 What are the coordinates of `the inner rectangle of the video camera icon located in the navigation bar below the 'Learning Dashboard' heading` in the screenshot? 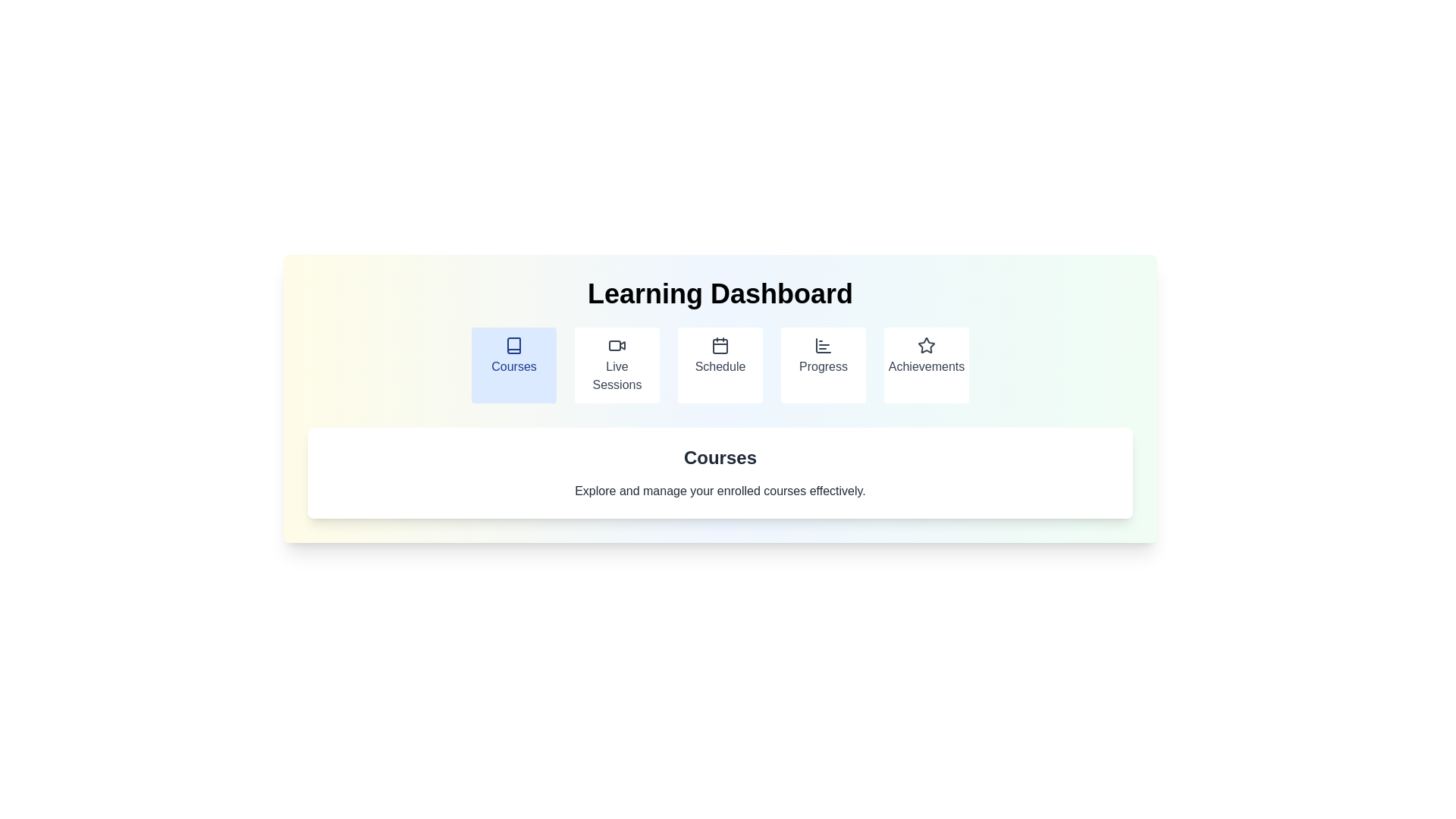 It's located at (615, 345).